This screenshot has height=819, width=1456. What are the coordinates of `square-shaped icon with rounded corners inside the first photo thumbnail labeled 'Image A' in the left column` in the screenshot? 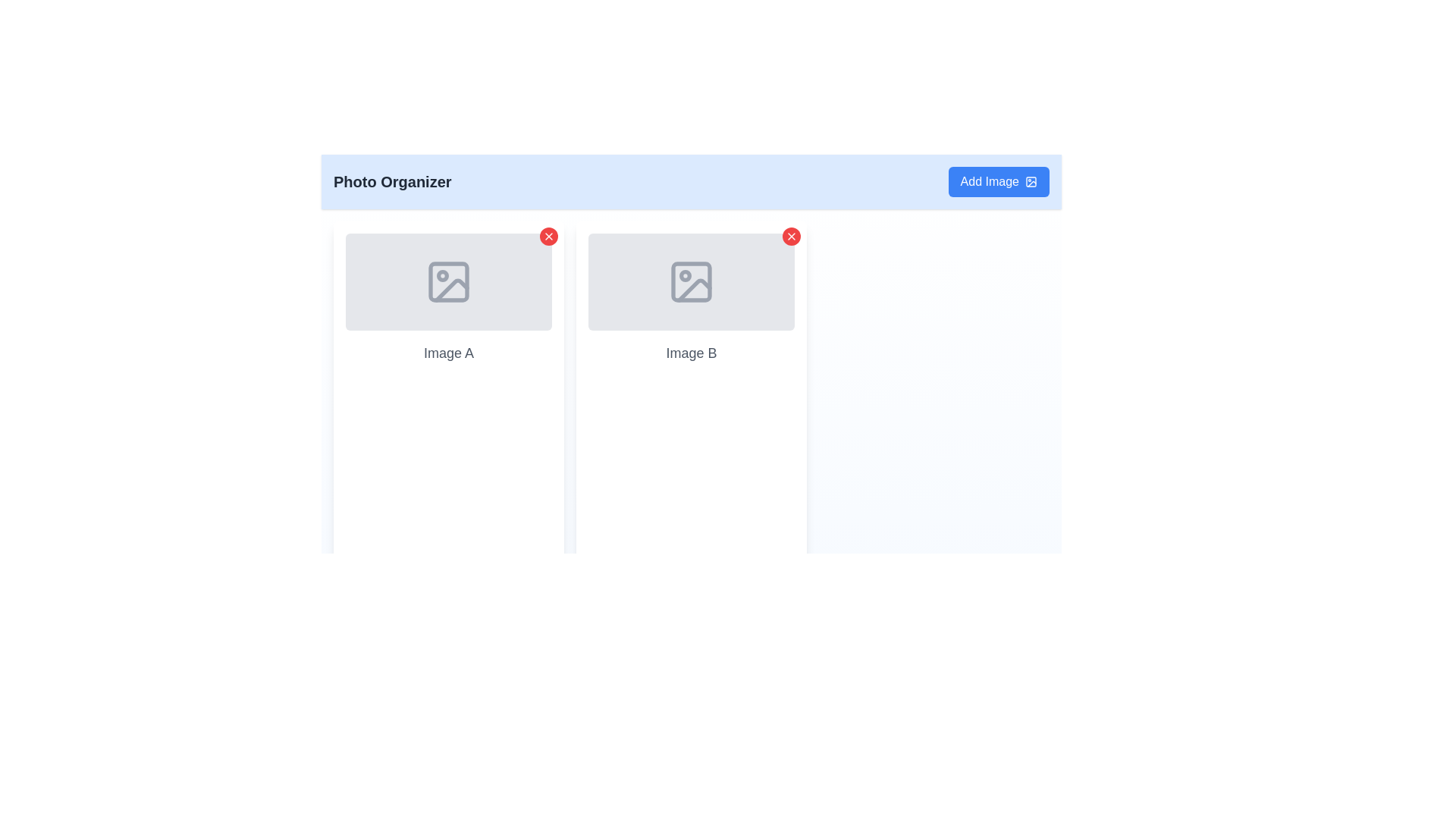 It's located at (447, 281).